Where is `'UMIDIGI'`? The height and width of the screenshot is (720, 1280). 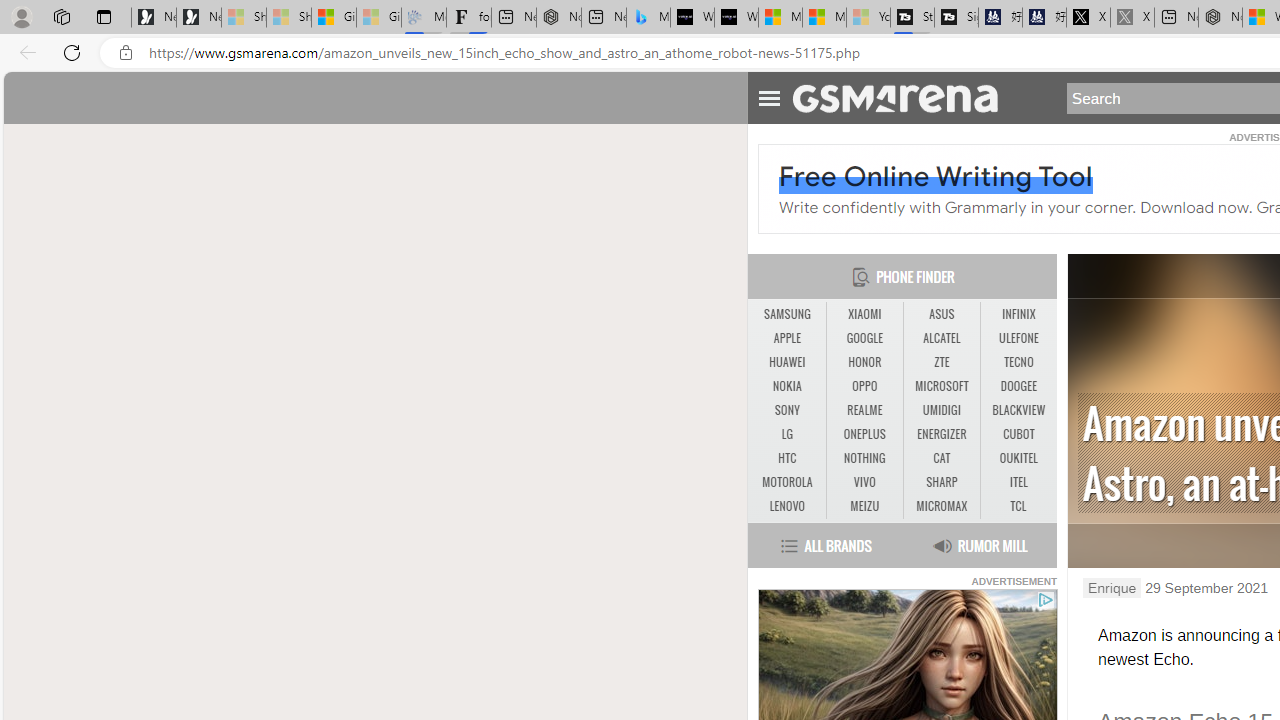 'UMIDIGI' is located at coordinates (940, 409).